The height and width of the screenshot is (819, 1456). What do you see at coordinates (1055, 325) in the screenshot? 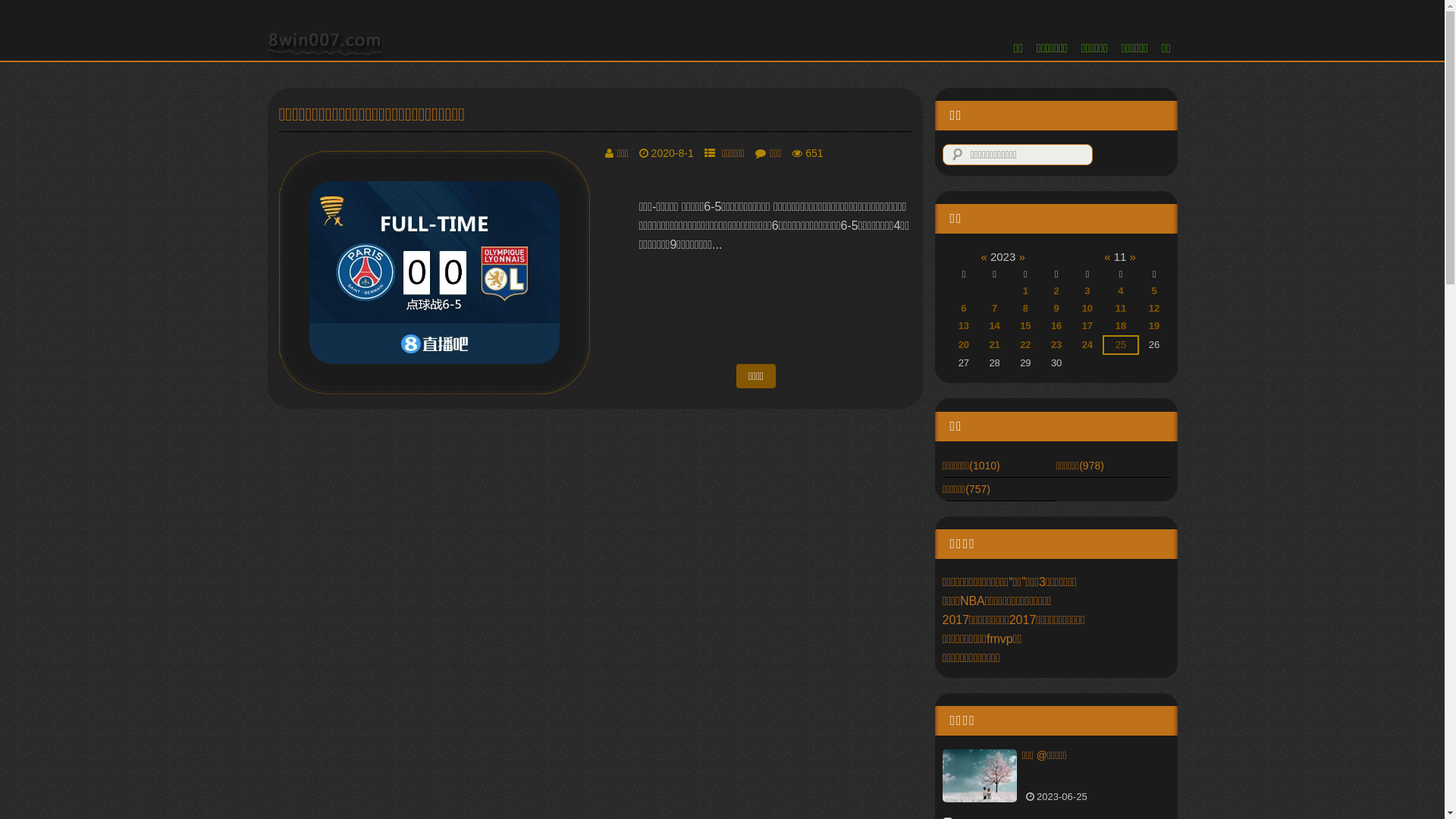
I see `'16'` at bounding box center [1055, 325].